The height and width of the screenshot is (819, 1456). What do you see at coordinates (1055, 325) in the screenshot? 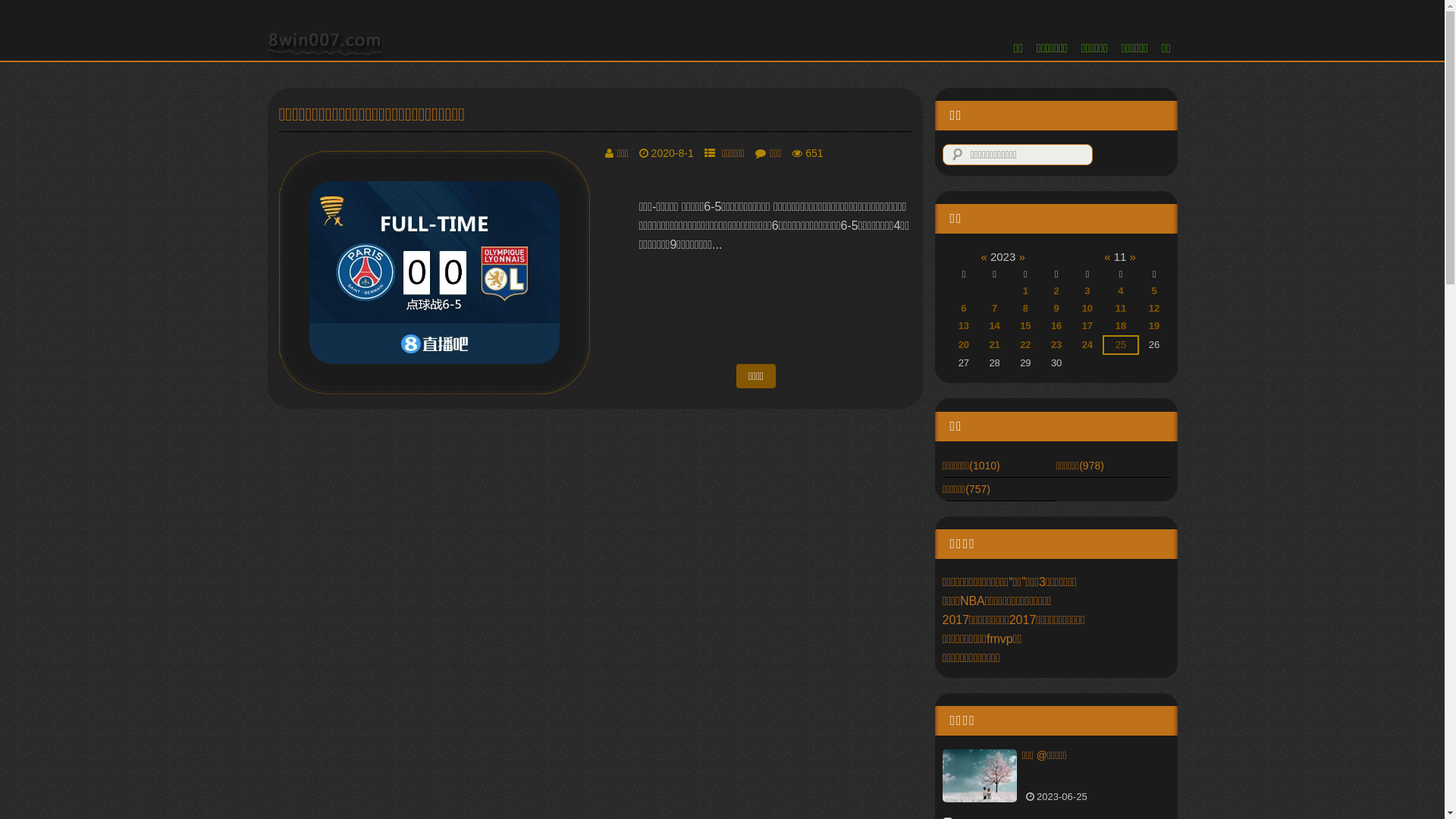
I see `'16'` at bounding box center [1055, 325].